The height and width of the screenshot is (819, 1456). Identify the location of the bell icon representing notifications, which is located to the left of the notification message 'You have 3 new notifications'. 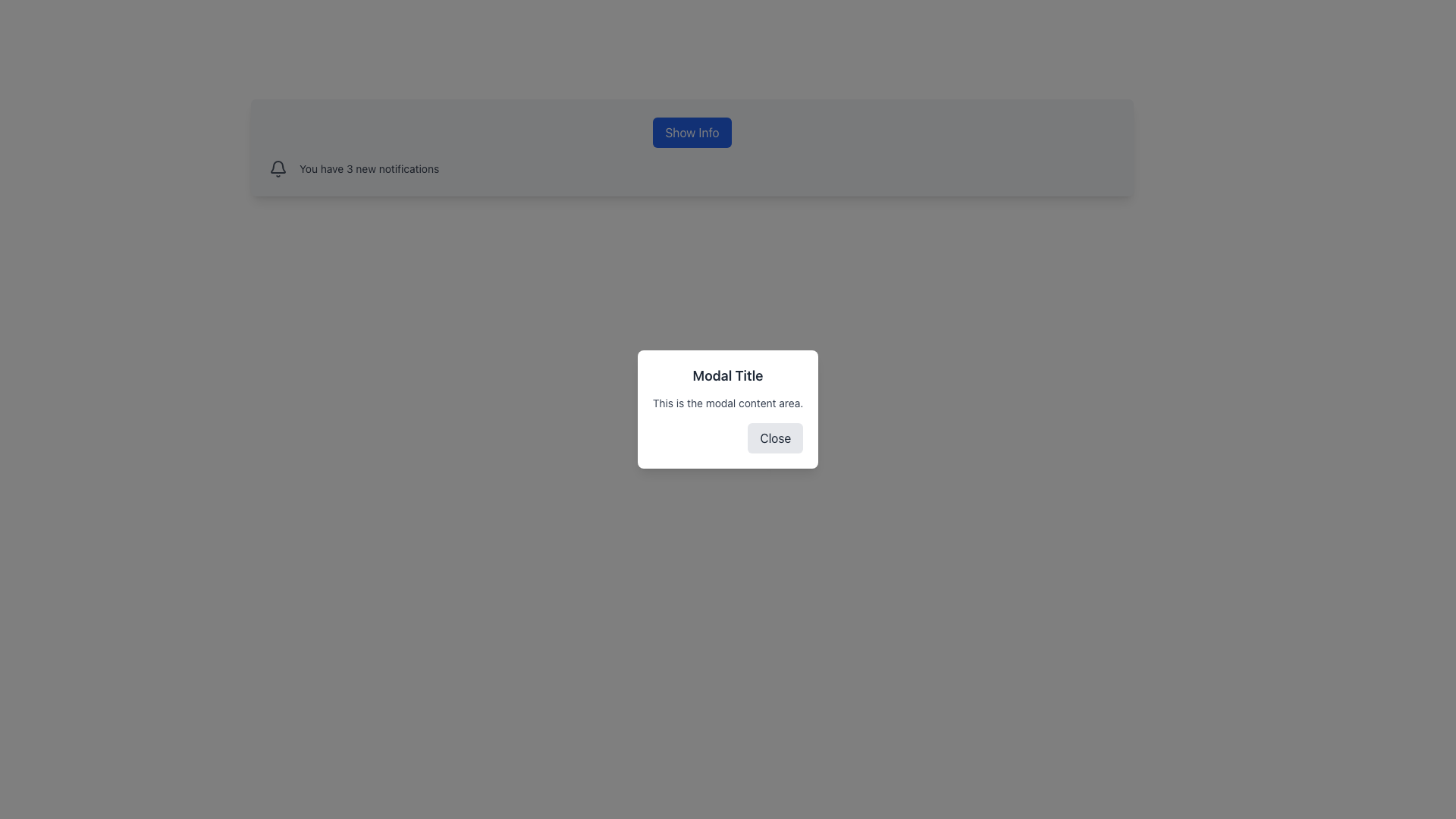
(278, 169).